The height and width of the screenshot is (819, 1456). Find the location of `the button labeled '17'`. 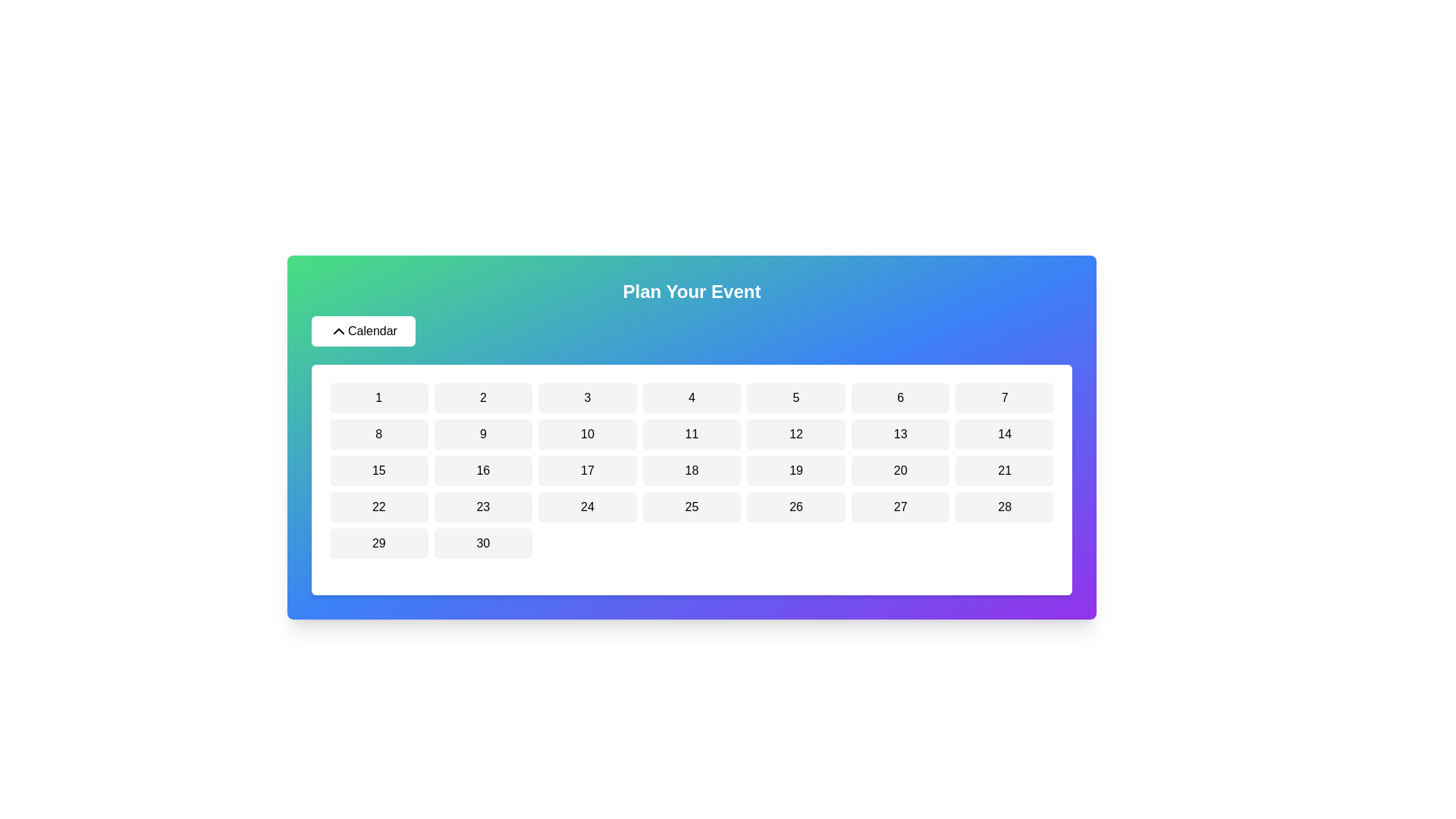

the button labeled '17' is located at coordinates (586, 470).